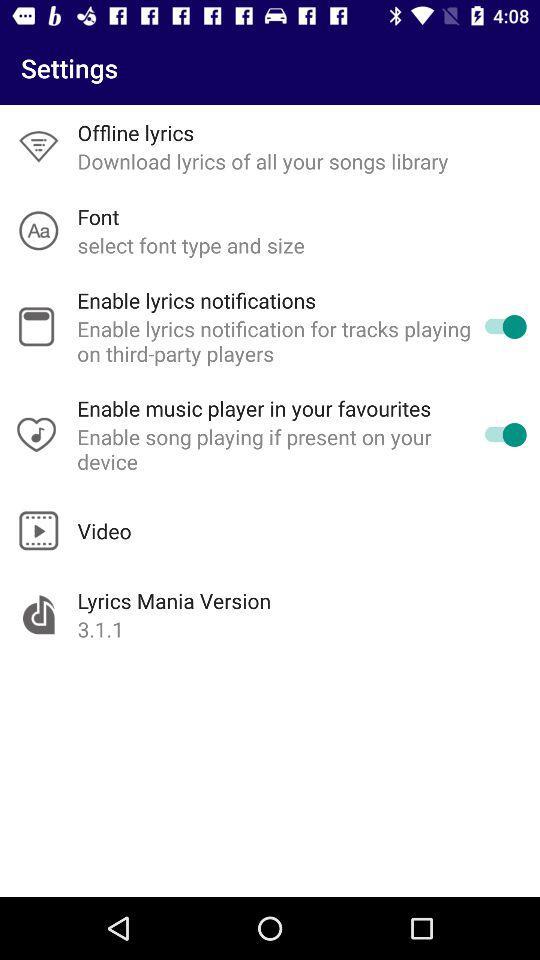 The height and width of the screenshot is (960, 540). Describe the element at coordinates (254, 407) in the screenshot. I see `the enable music player item` at that location.